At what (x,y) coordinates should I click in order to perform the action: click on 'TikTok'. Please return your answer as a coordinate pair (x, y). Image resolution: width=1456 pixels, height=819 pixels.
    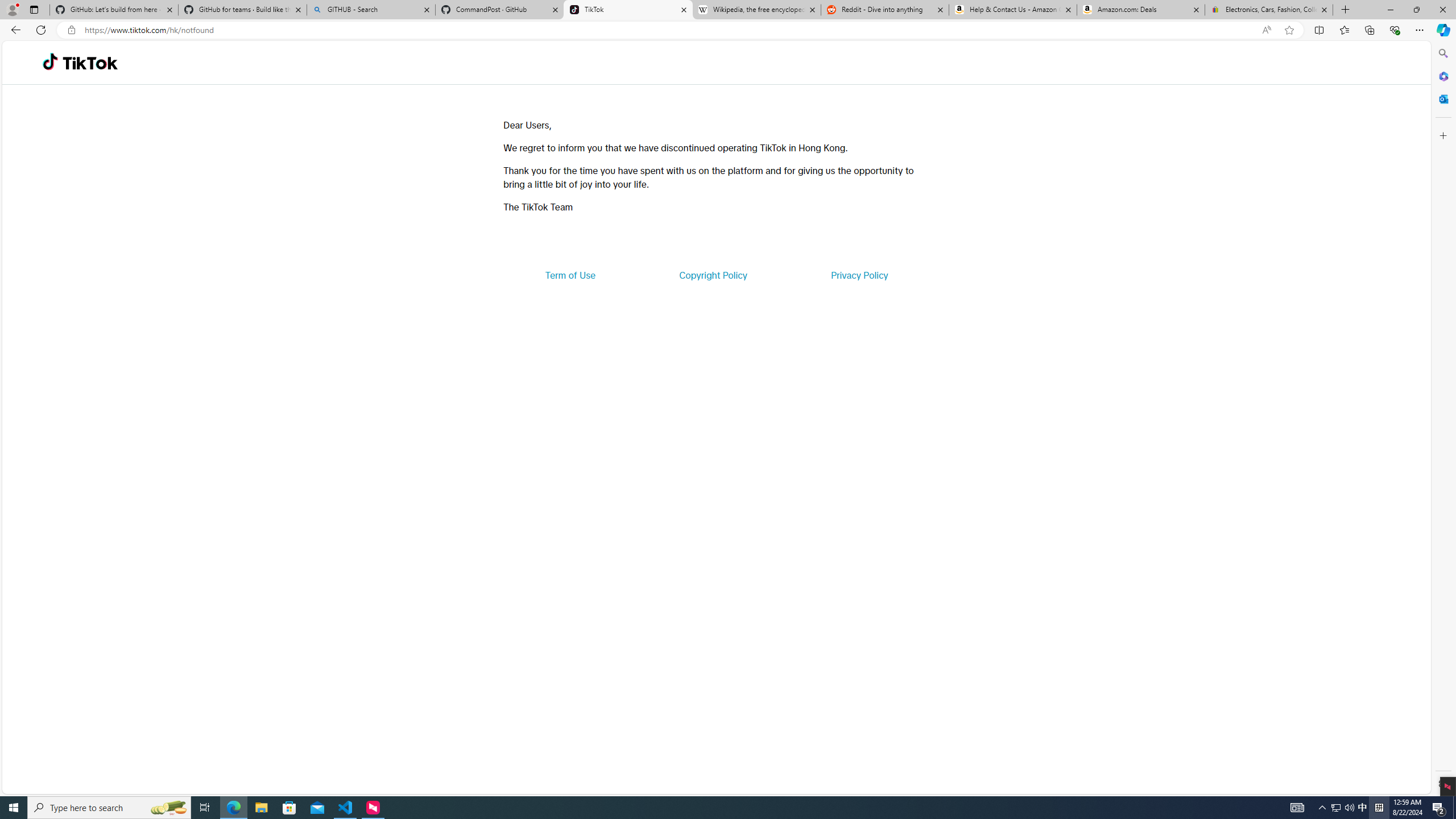
    Looking at the image, I should click on (90, 63).